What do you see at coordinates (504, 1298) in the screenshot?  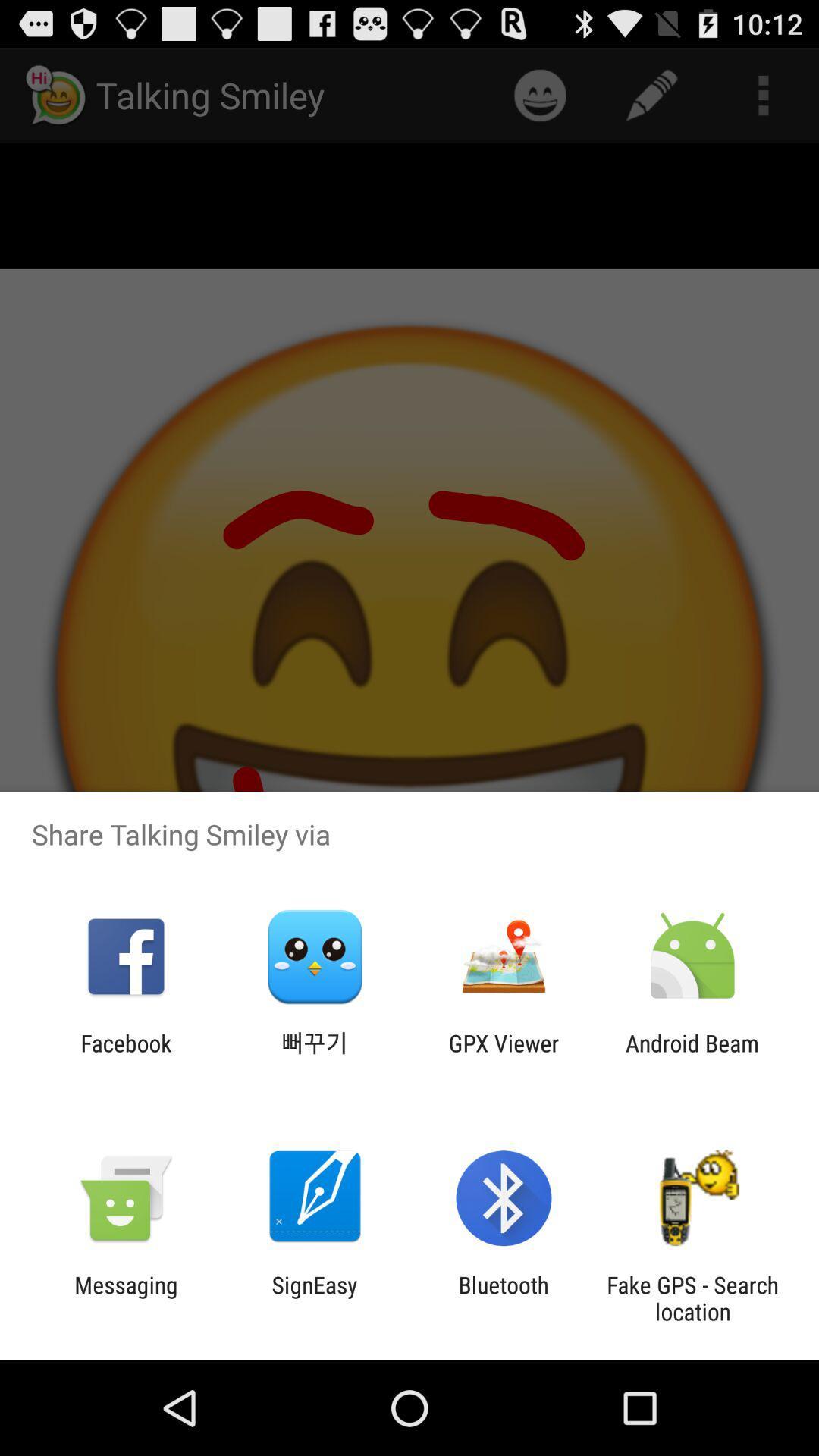 I see `bluetooth app` at bounding box center [504, 1298].